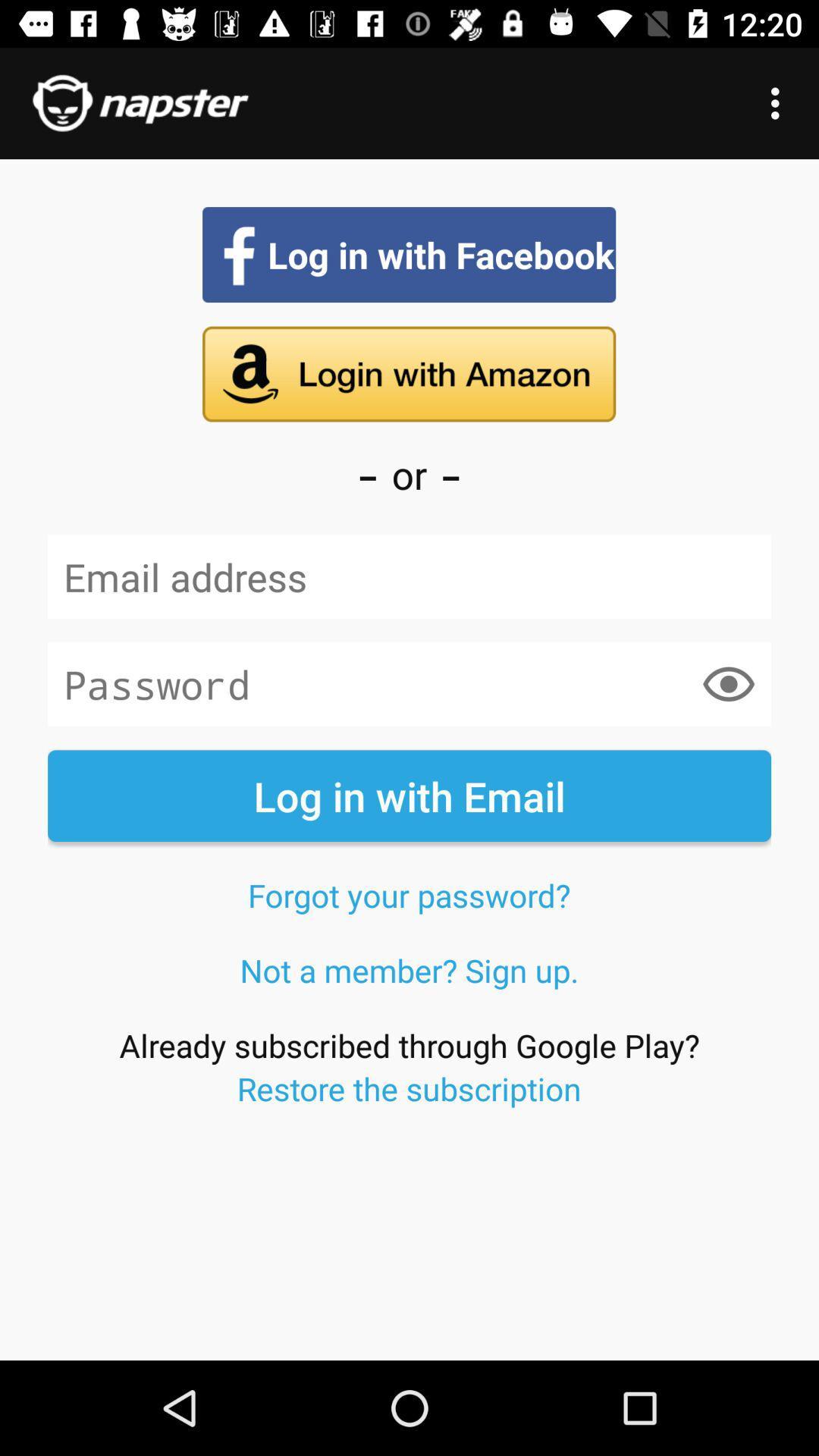 Image resolution: width=819 pixels, height=1456 pixels. I want to click on the icon above not a member, so click(408, 895).